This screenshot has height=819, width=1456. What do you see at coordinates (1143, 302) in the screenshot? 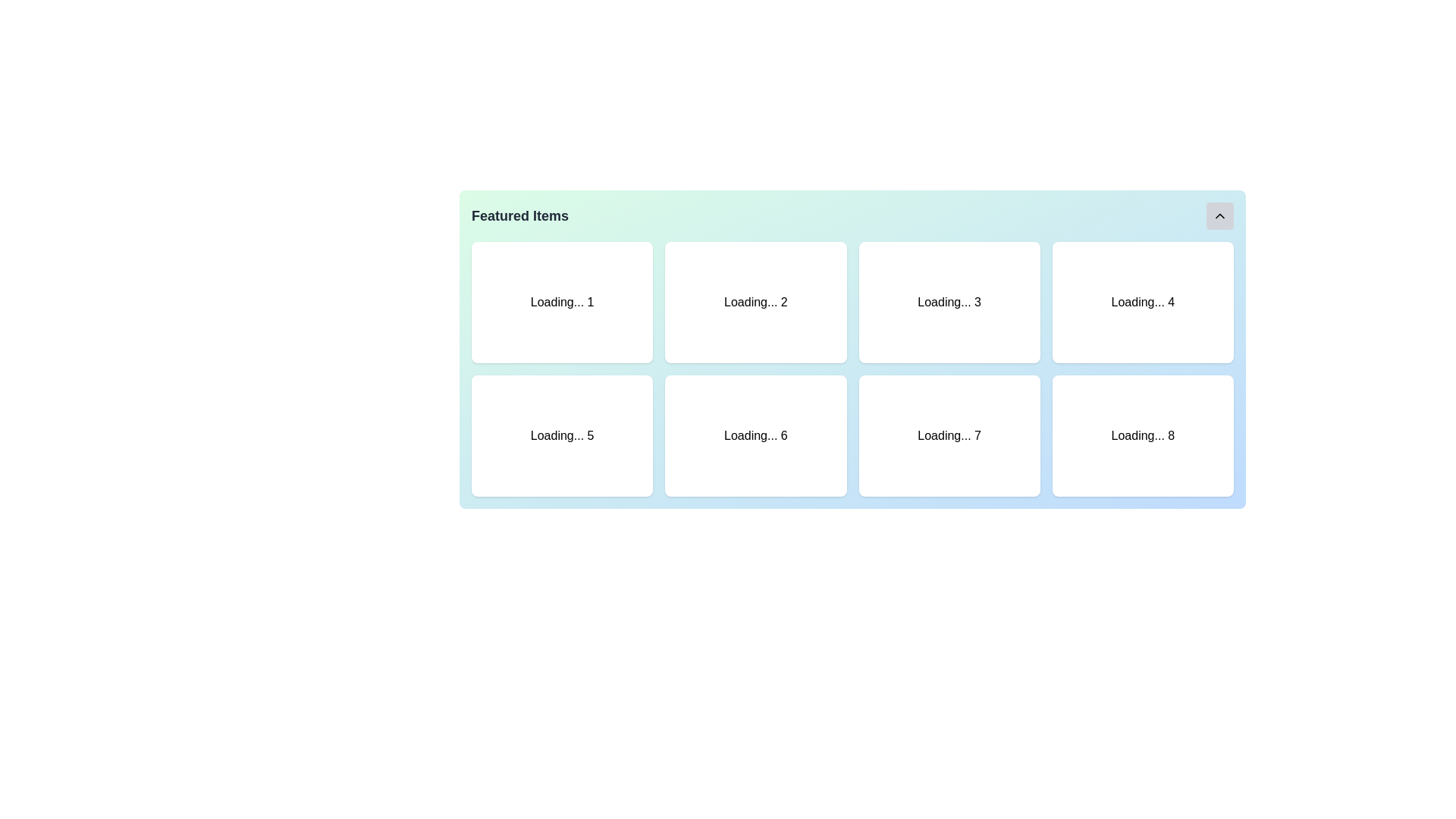
I see `the informational card that serves as a content placeholder, located in the top row of the grid layout, immediately to the right of the card containing 'Loading... 3'` at bounding box center [1143, 302].